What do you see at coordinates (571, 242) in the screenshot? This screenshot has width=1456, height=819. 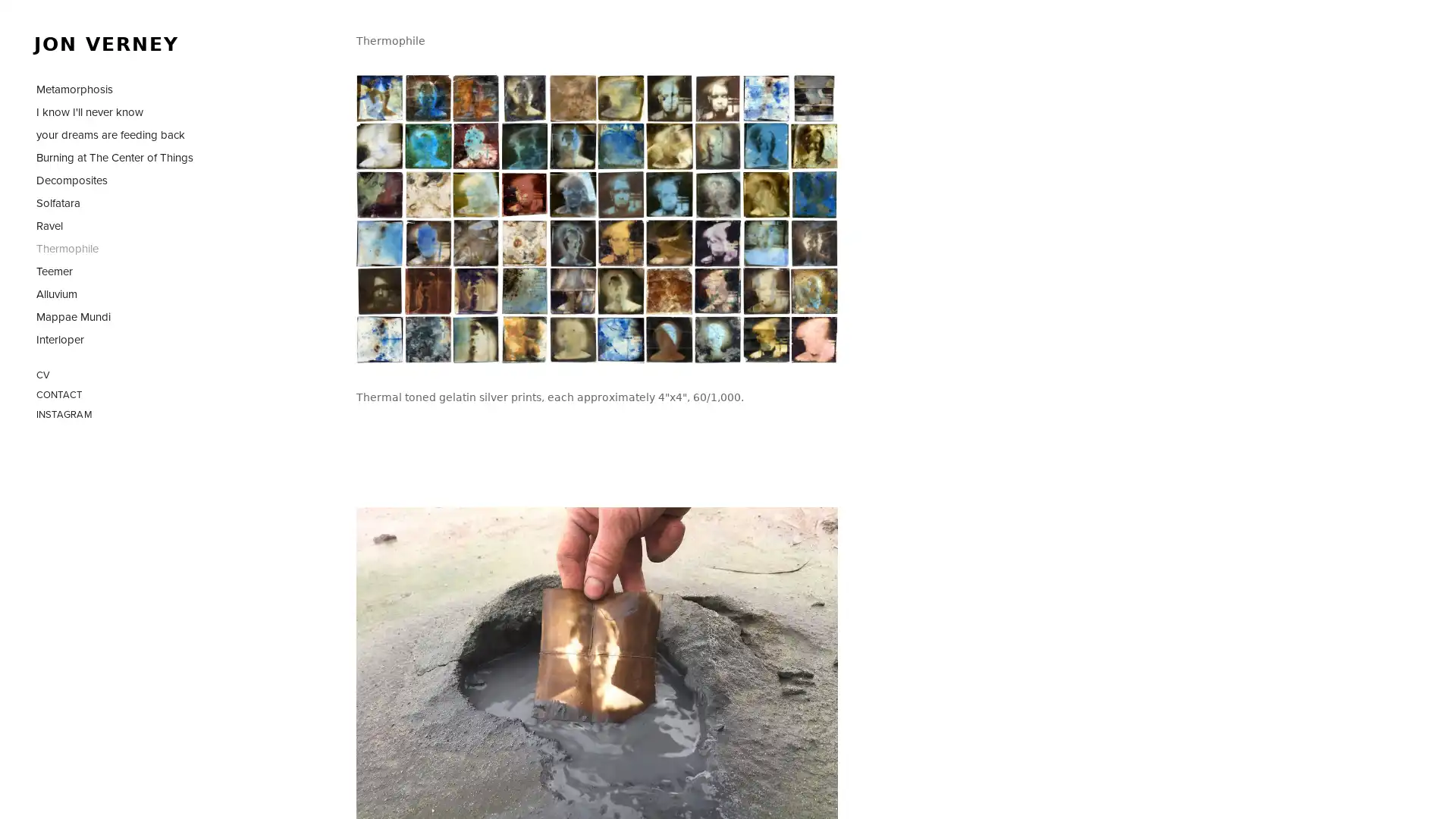 I see `View fullsize jon_verney_thermophile_13.jpg` at bounding box center [571, 242].